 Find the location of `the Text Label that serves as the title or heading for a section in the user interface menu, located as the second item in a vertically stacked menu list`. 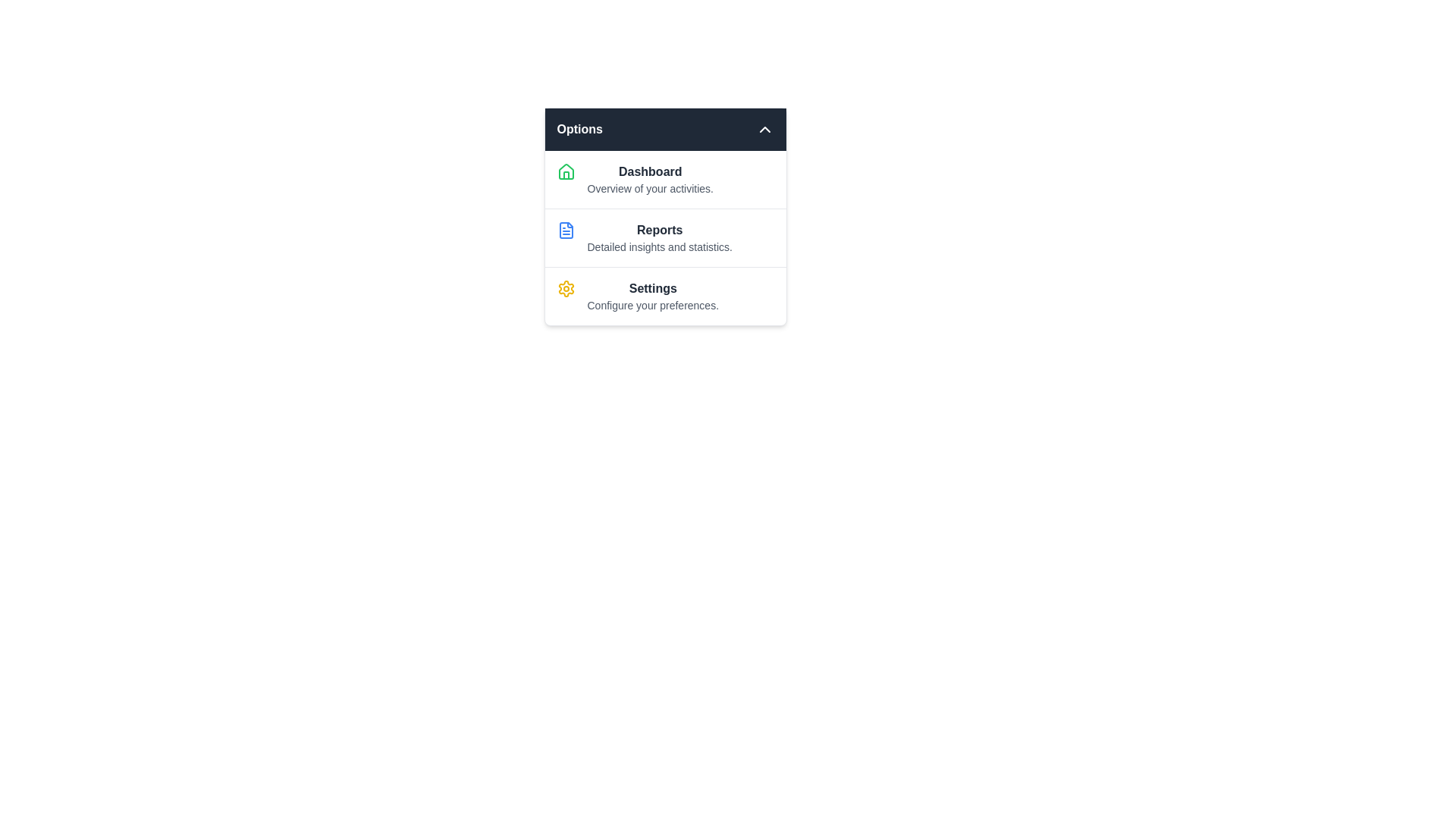

the Text Label that serves as the title or heading for a section in the user interface menu, located as the second item in a vertically stacked menu list is located at coordinates (660, 231).